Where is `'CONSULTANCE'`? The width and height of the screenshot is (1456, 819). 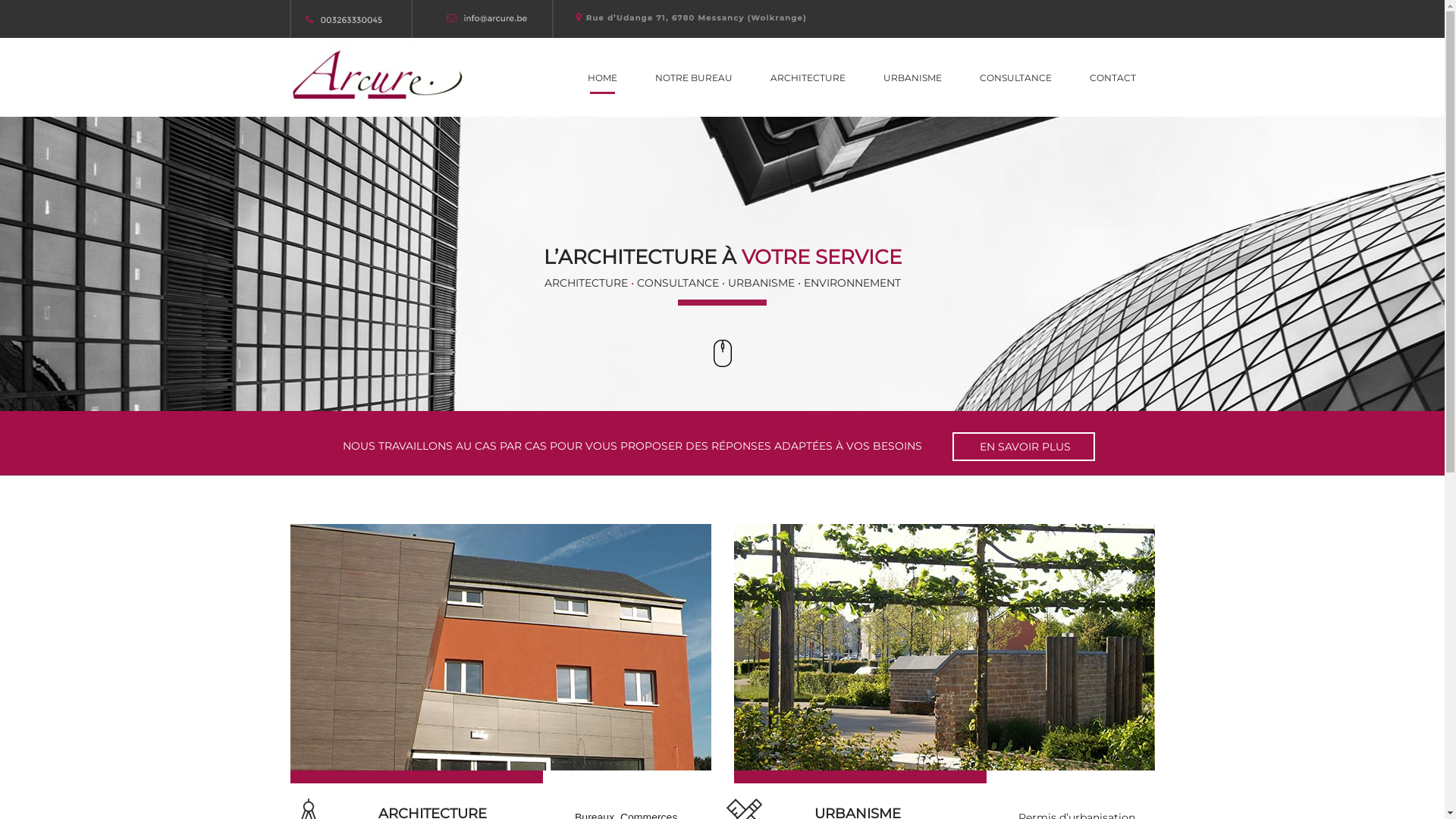 'CONSULTANCE' is located at coordinates (1015, 78).